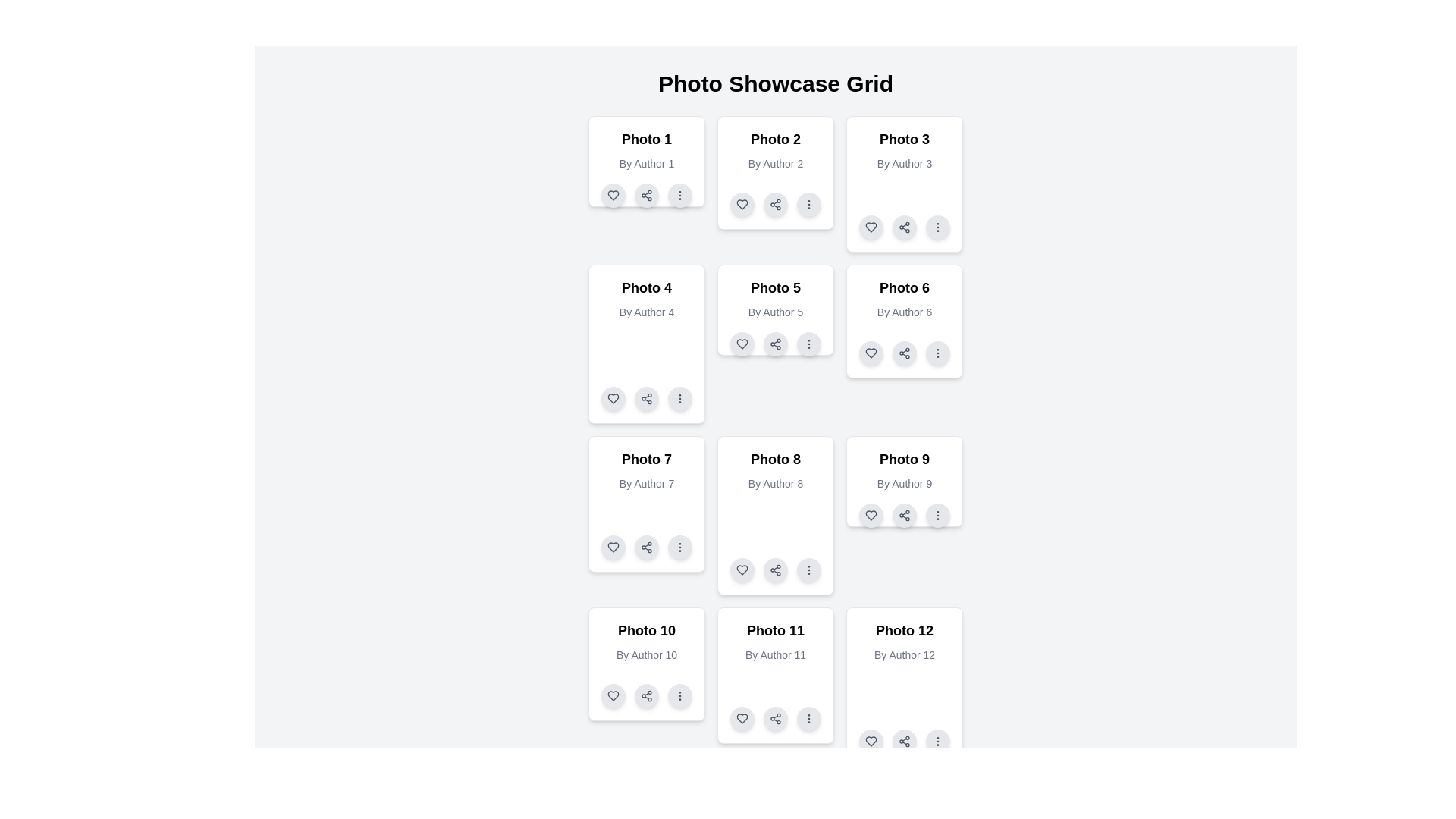 The image size is (1456, 819). What do you see at coordinates (905, 288) in the screenshot?
I see `the text label 'Photo 6' which identifies the card, located at the upper section of the card layout` at bounding box center [905, 288].